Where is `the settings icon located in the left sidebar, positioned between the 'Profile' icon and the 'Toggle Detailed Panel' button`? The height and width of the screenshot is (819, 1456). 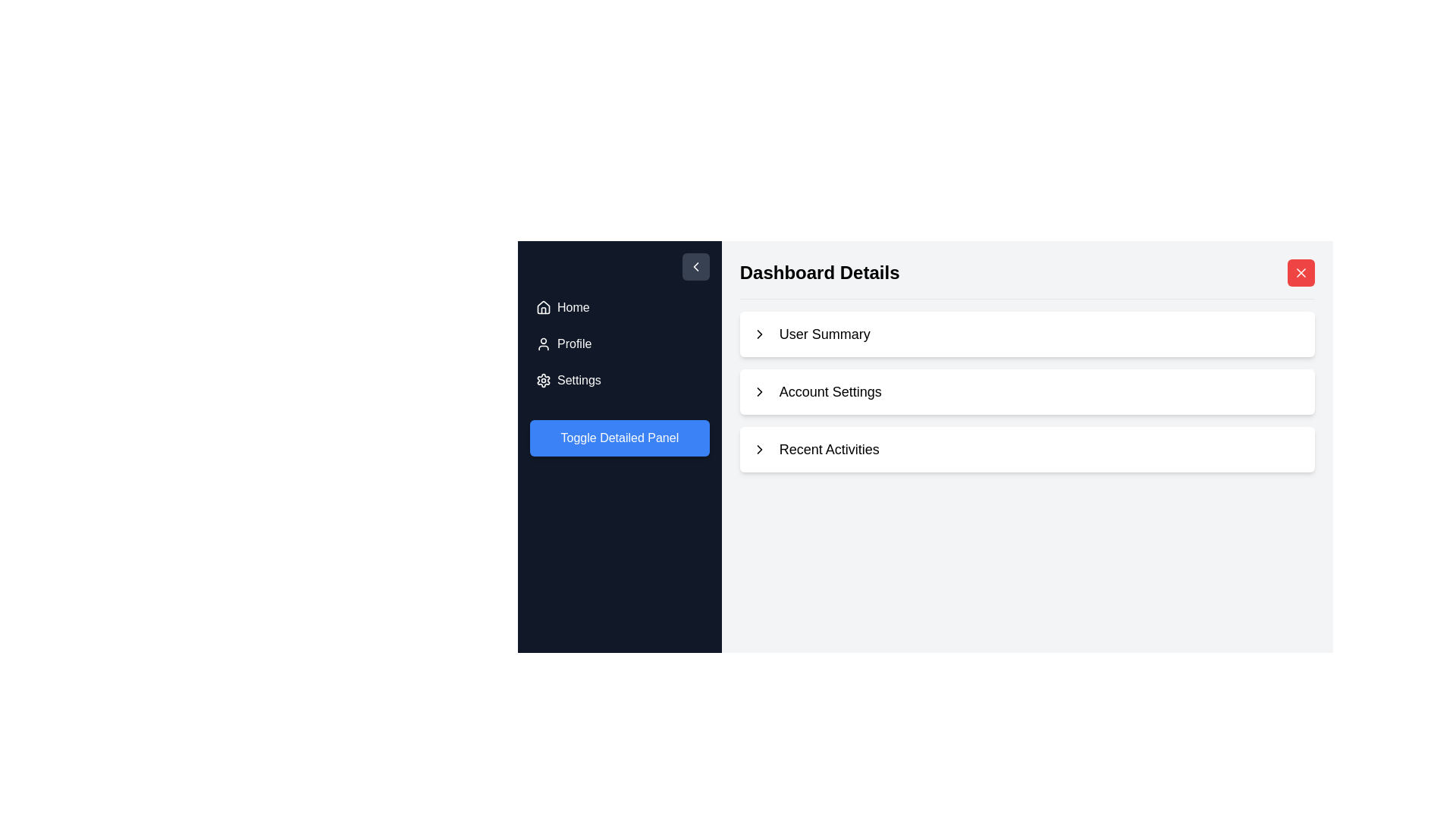
the settings icon located in the left sidebar, positioned between the 'Profile' icon and the 'Toggle Detailed Panel' button is located at coordinates (543, 379).